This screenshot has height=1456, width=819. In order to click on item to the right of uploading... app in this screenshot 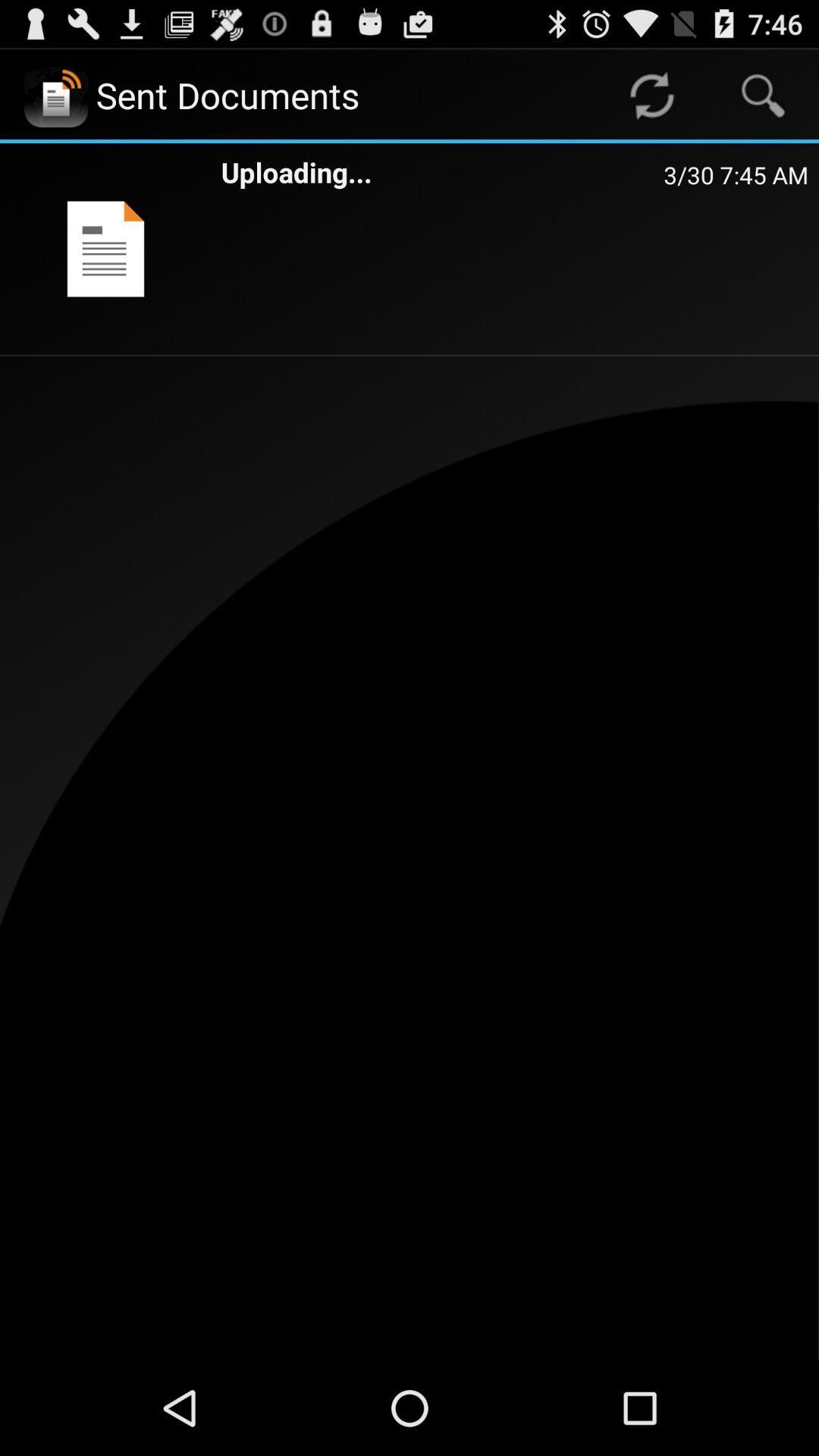, I will do `click(735, 174)`.